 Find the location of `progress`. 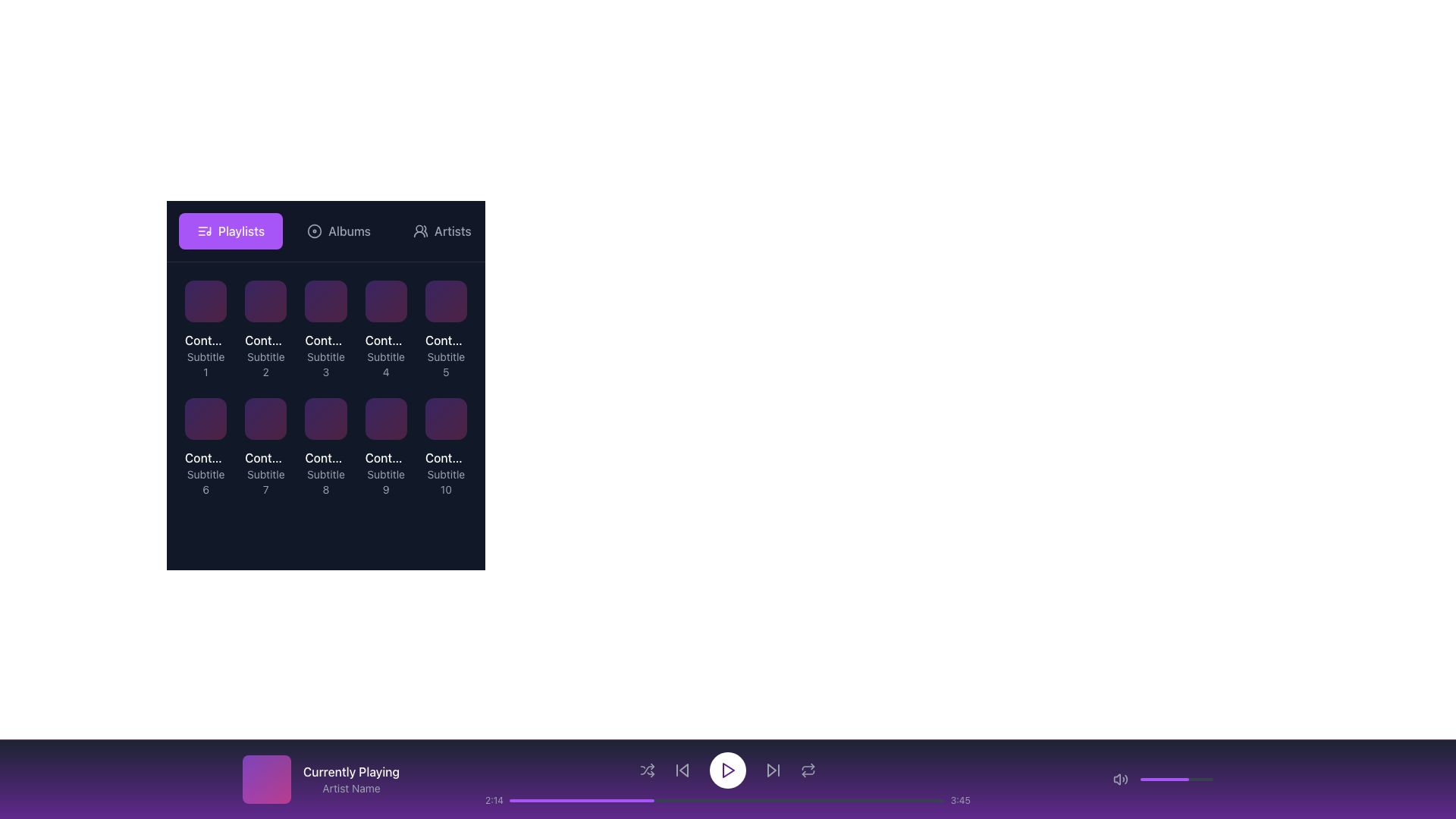

progress is located at coordinates (682, 800).